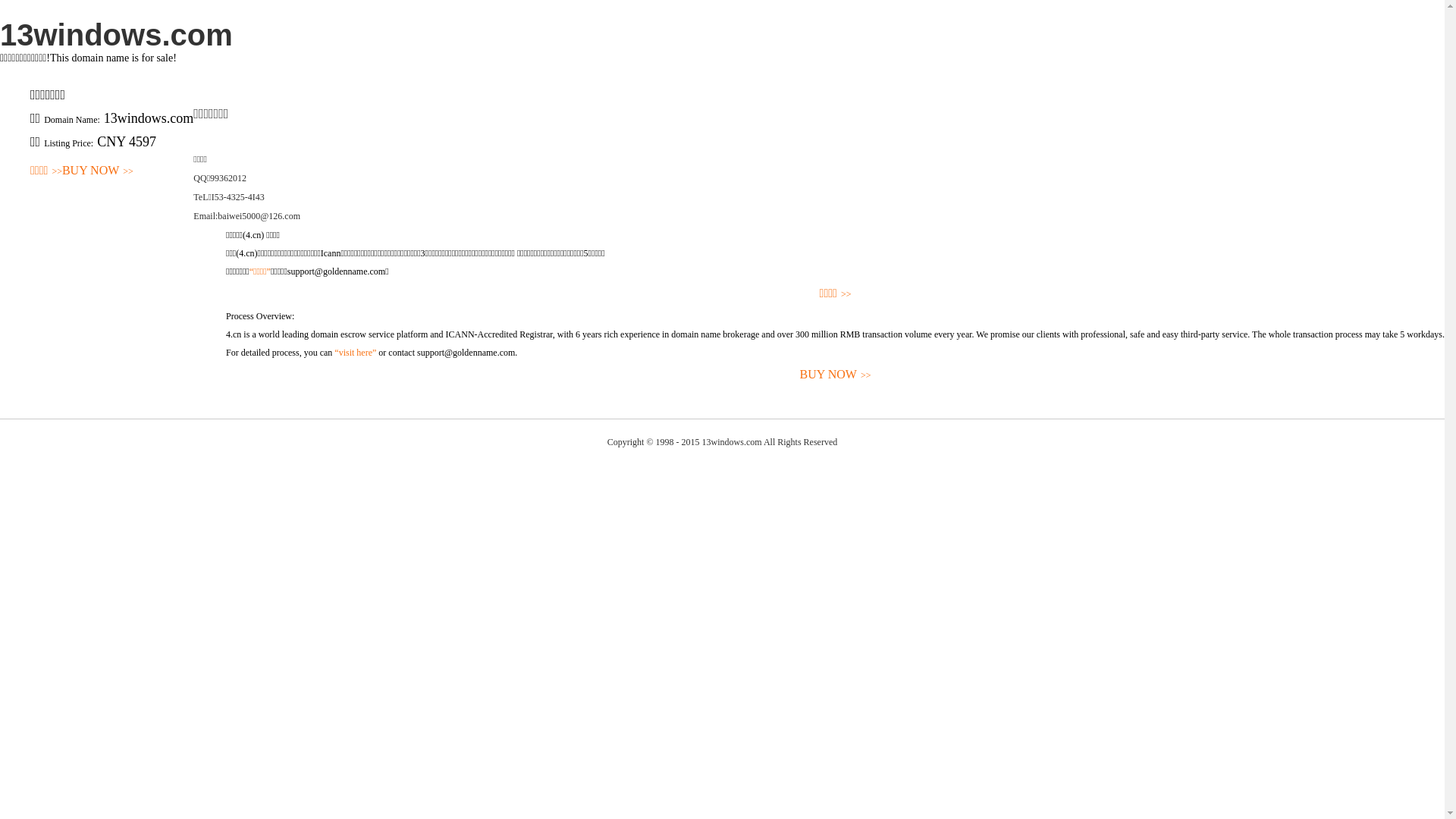  What do you see at coordinates (97, 171) in the screenshot?
I see `'BUY NOW>>'` at bounding box center [97, 171].